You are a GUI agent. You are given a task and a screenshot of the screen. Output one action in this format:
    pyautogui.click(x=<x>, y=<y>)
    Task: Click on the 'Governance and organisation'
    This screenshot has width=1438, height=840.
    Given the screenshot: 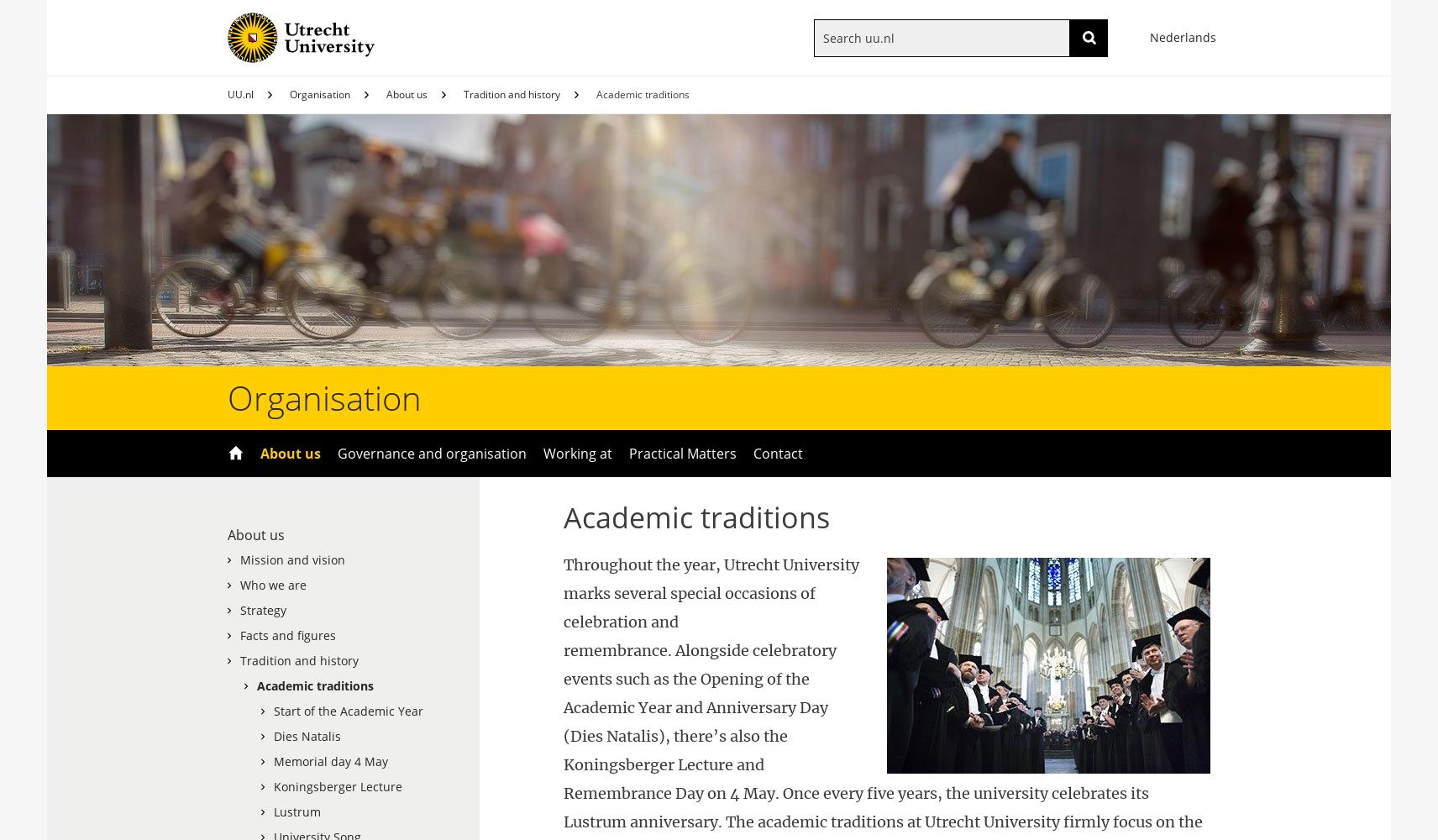 What is the action you would take?
    pyautogui.click(x=431, y=454)
    